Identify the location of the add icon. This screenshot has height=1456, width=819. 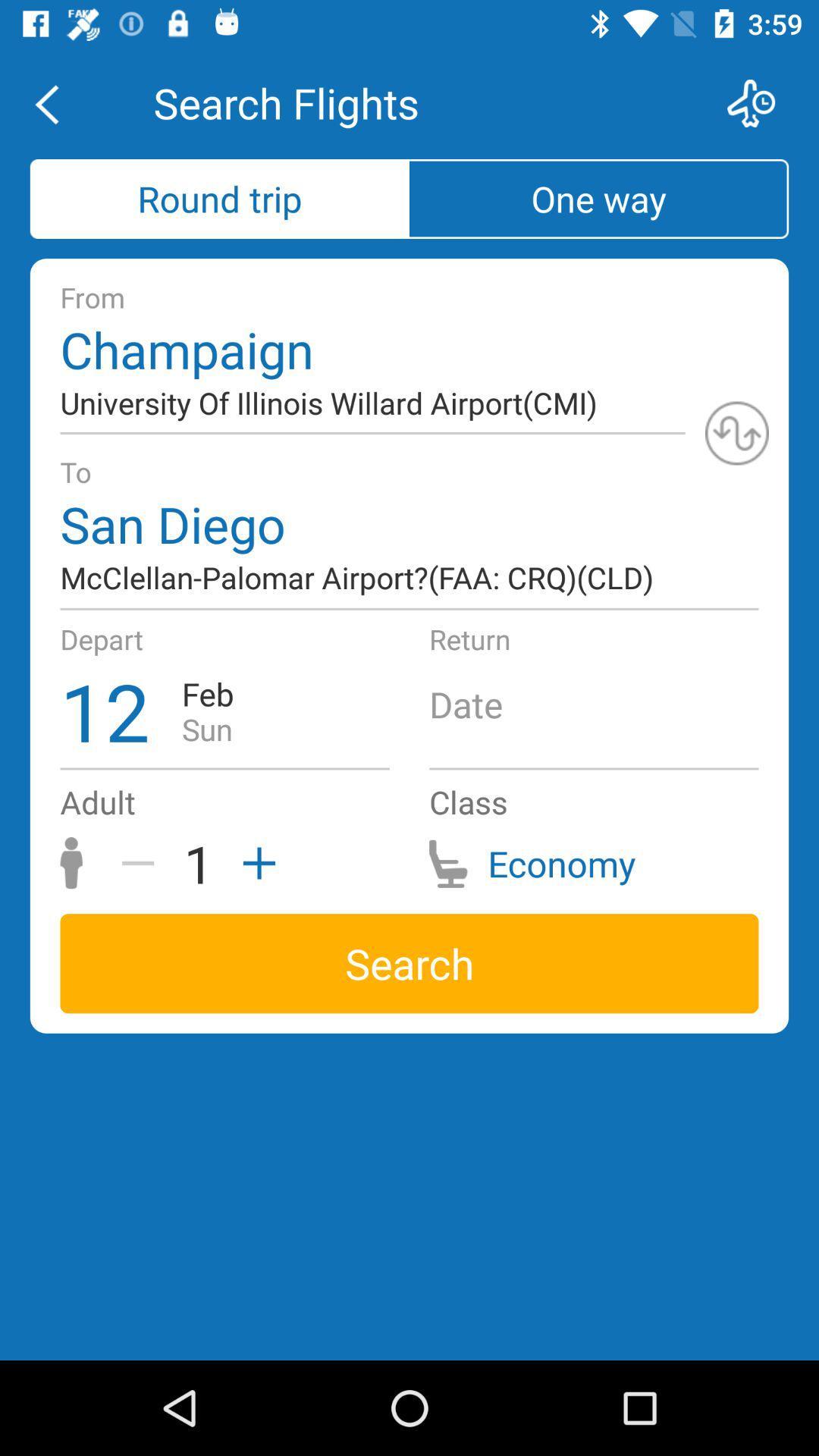
(253, 863).